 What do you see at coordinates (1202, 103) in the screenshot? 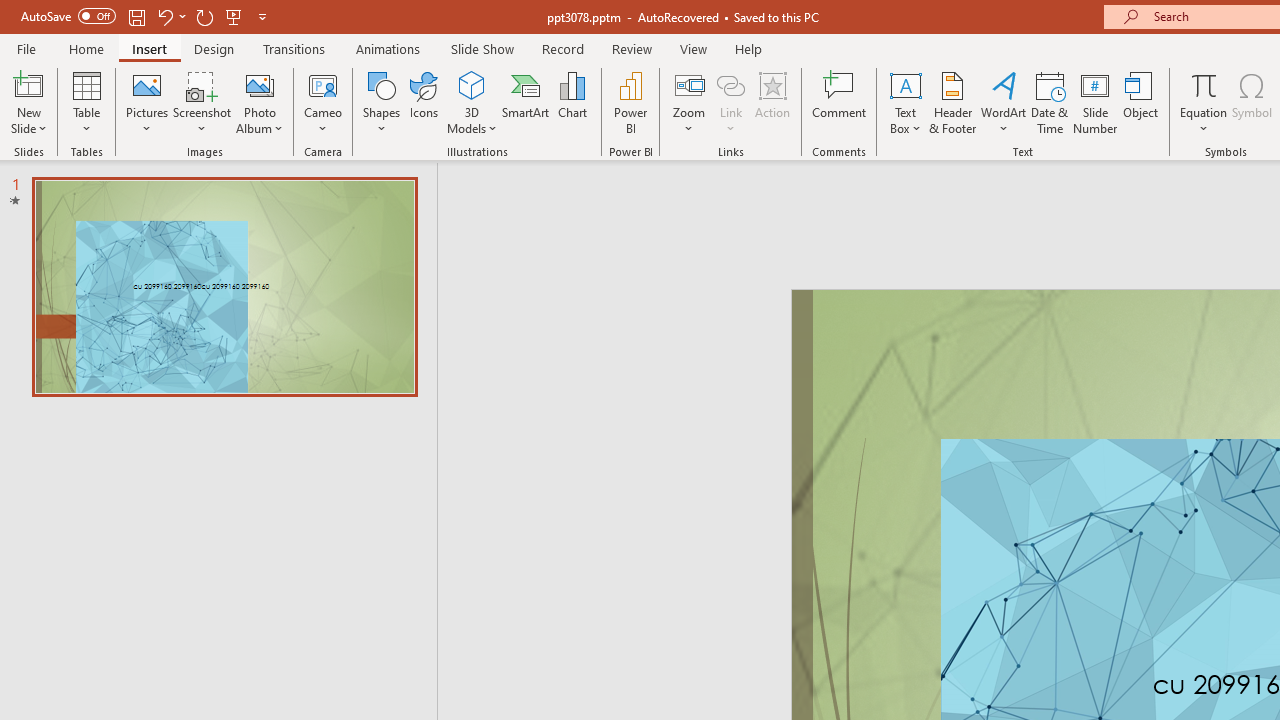
I see `'Equation'` at bounding box center [1202, 103].